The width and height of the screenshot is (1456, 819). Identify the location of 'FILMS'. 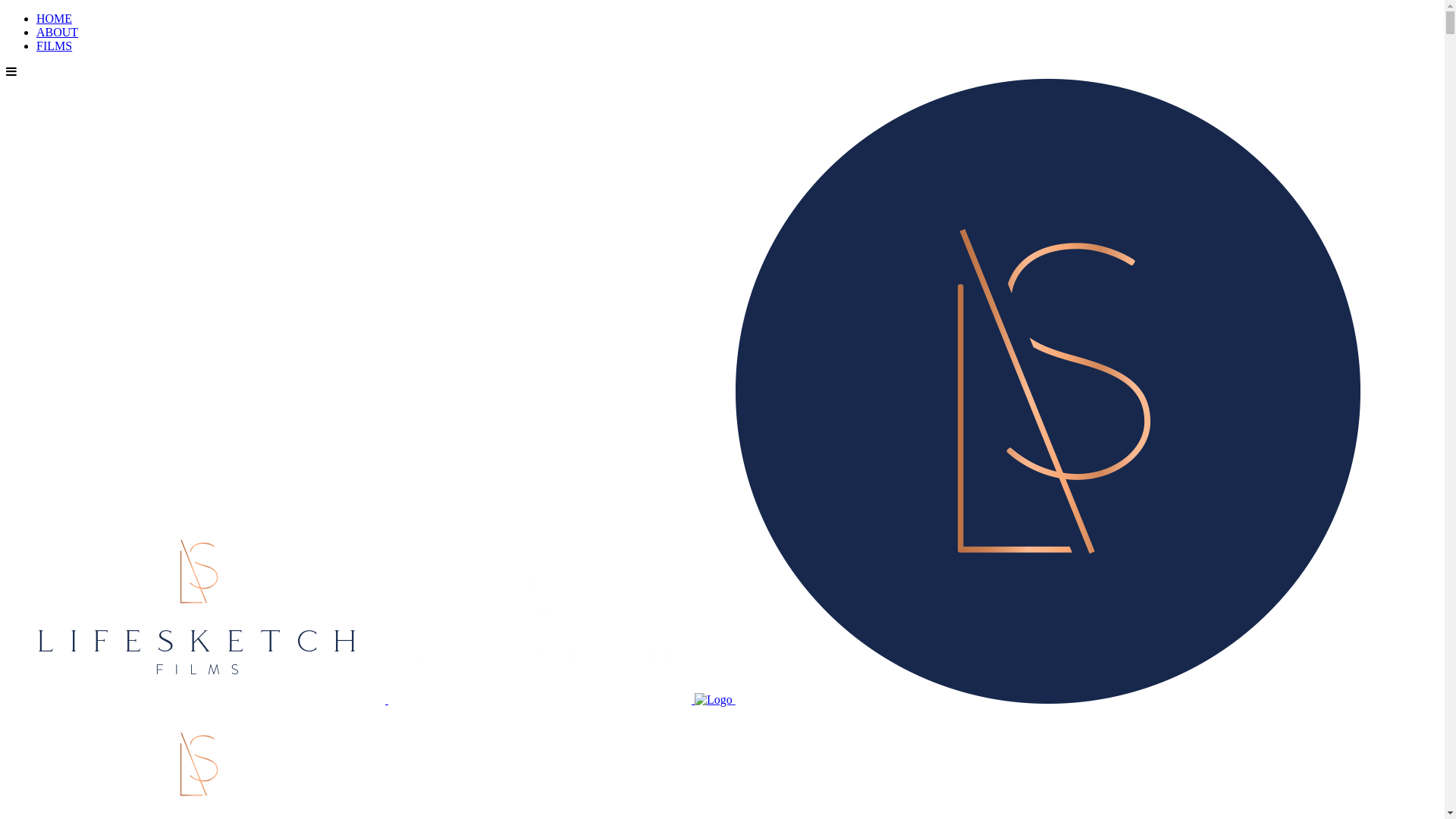
(36, 45).